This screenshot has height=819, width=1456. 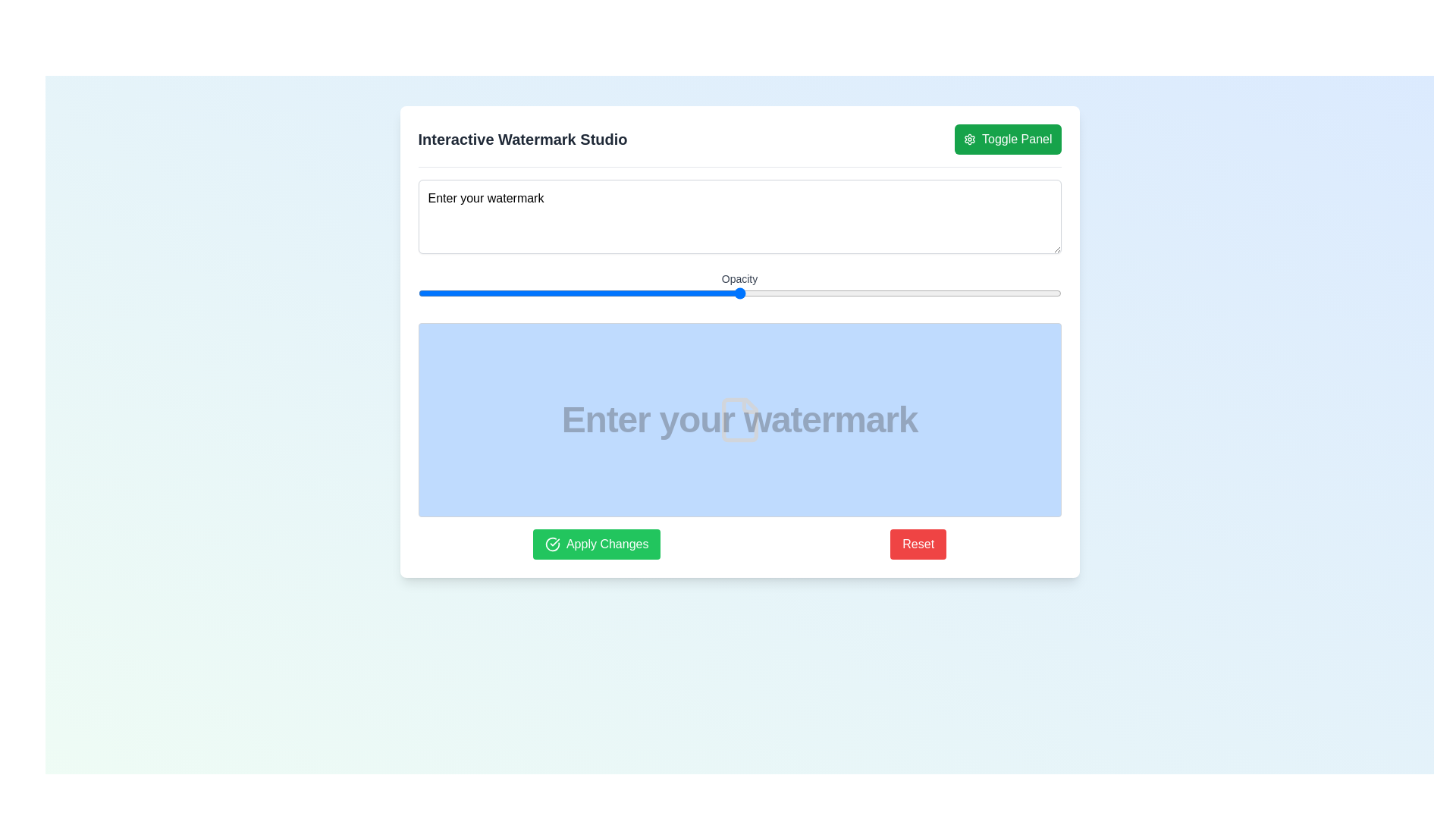 I want to click on the circular icon with a green outline and checkmark inside, which indicates a completion state, located to the left of the 'Apply Changes' text within a green rectangular button, so click(x=551, y=543).